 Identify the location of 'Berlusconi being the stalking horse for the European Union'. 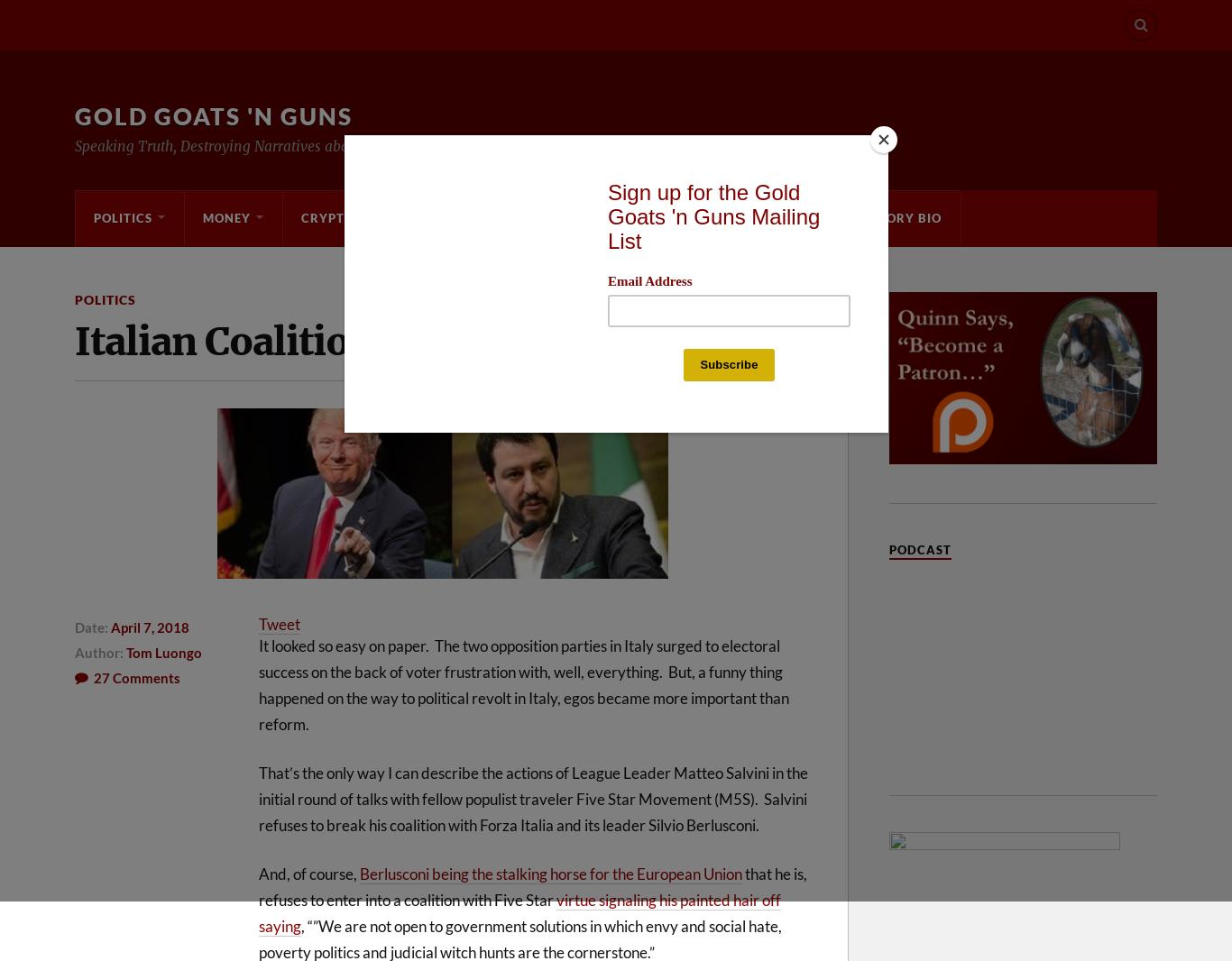
(550, 874).